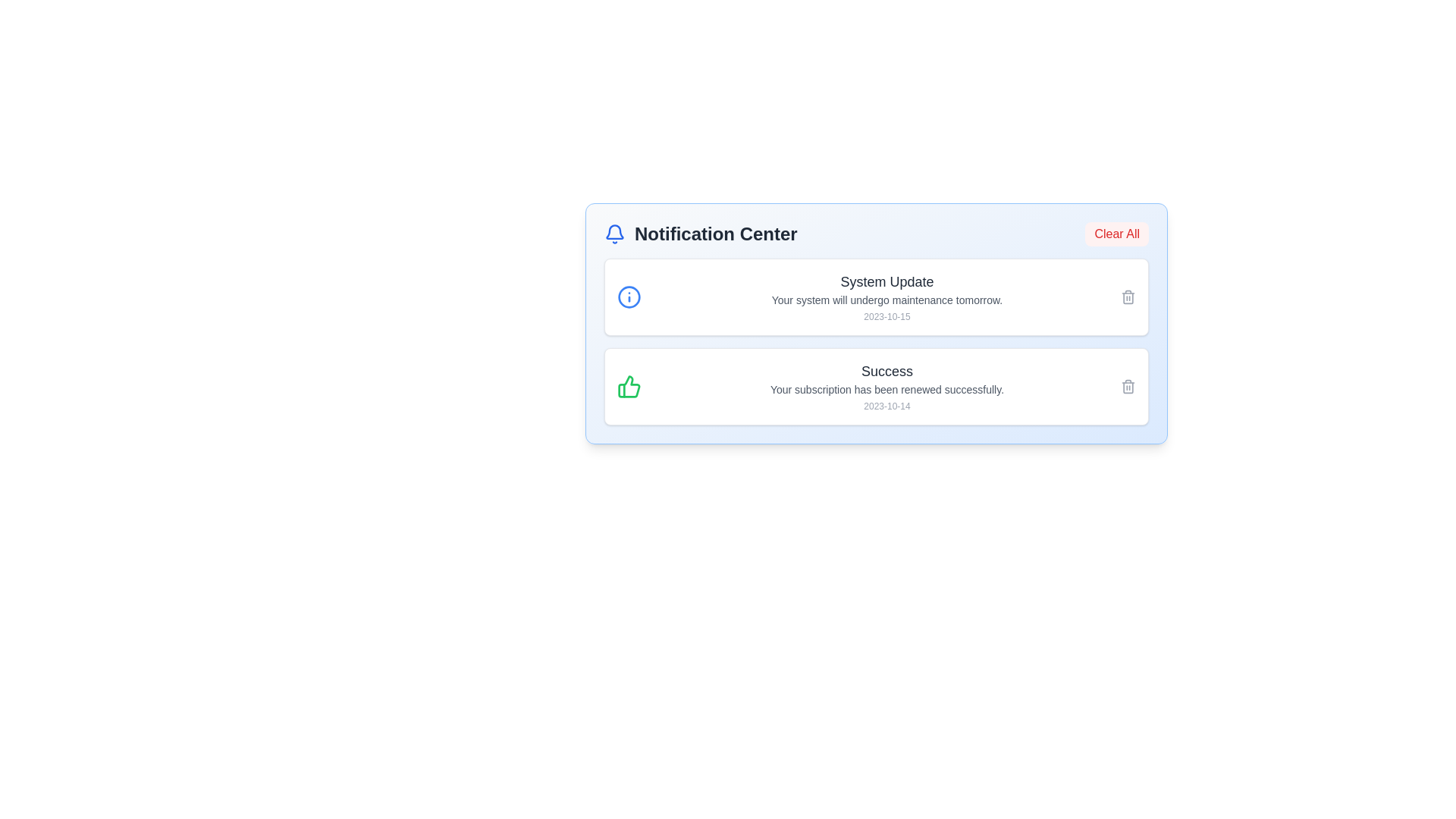 The image size is (1456, 819). I want to click on the title Text label of the notification card located at the top of the notification card in the Notification Center, so click(887, 281).